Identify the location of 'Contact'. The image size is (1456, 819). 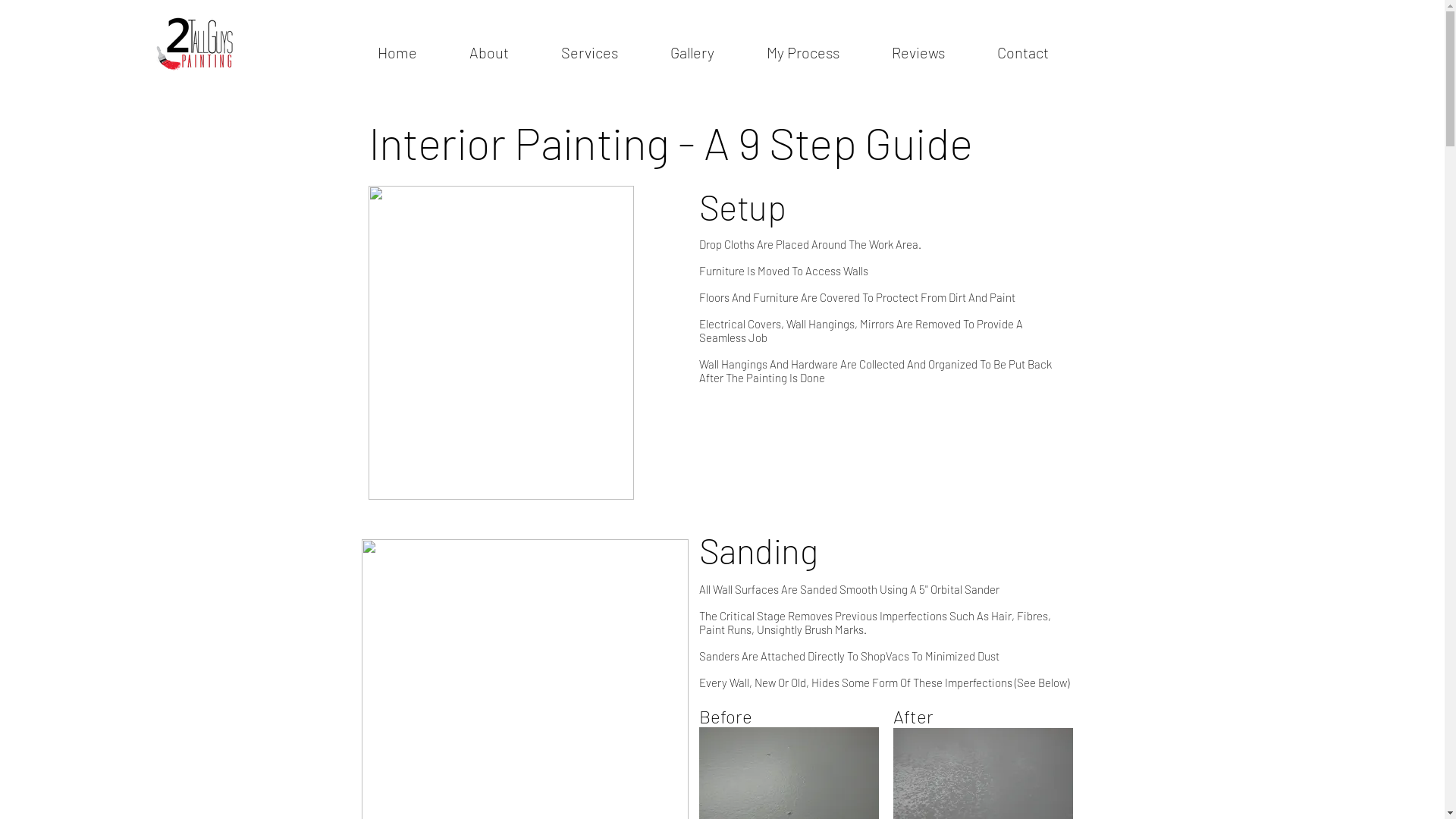
(1022, 52).